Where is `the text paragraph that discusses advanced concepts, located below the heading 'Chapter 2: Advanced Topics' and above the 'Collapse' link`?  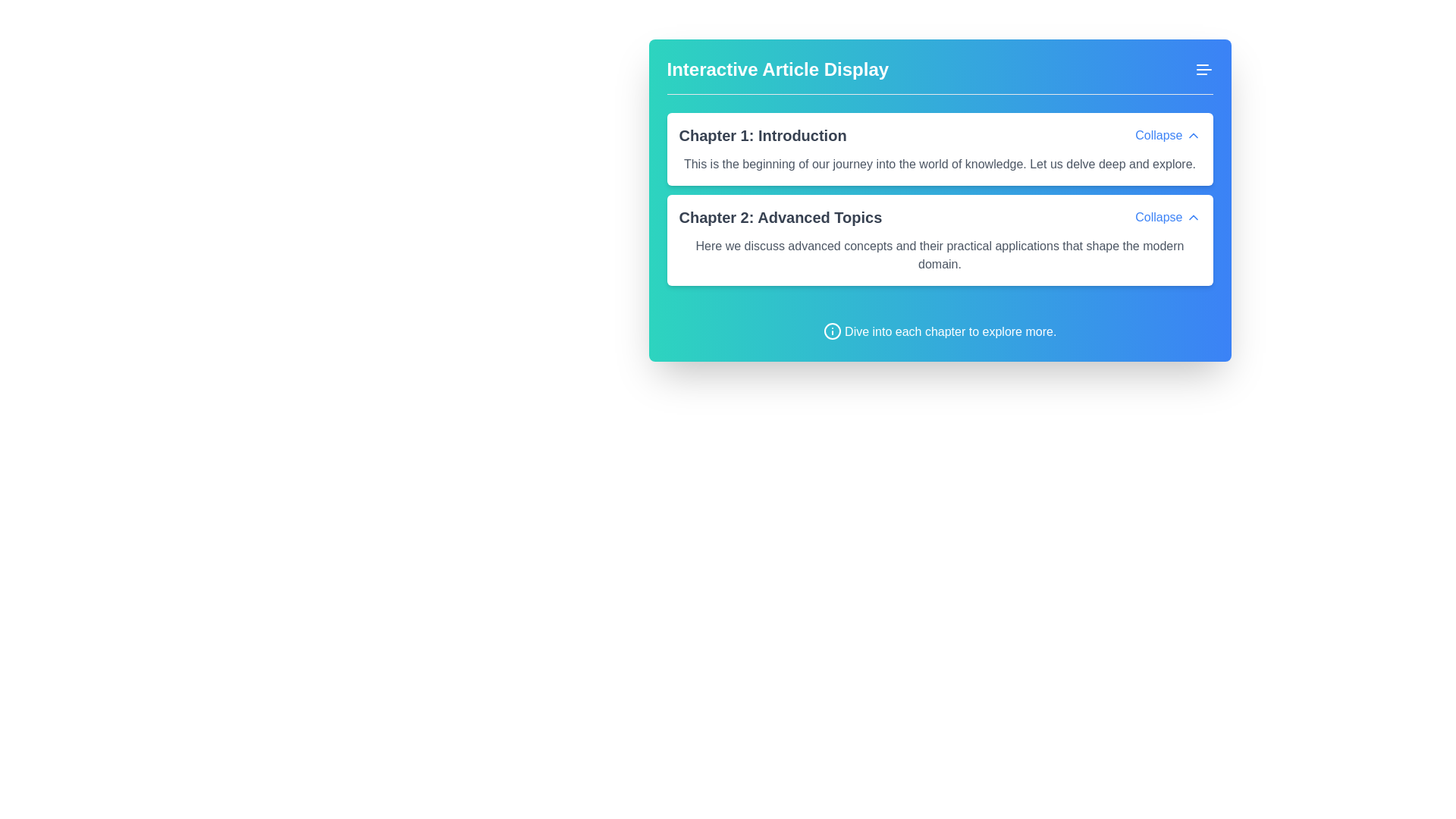
the text paragraph that discusses advanced concepts, located below the heading 'Chapter 2: Advanced Topics' and above the 'Collapse' link is located at coordinates (939, 250).